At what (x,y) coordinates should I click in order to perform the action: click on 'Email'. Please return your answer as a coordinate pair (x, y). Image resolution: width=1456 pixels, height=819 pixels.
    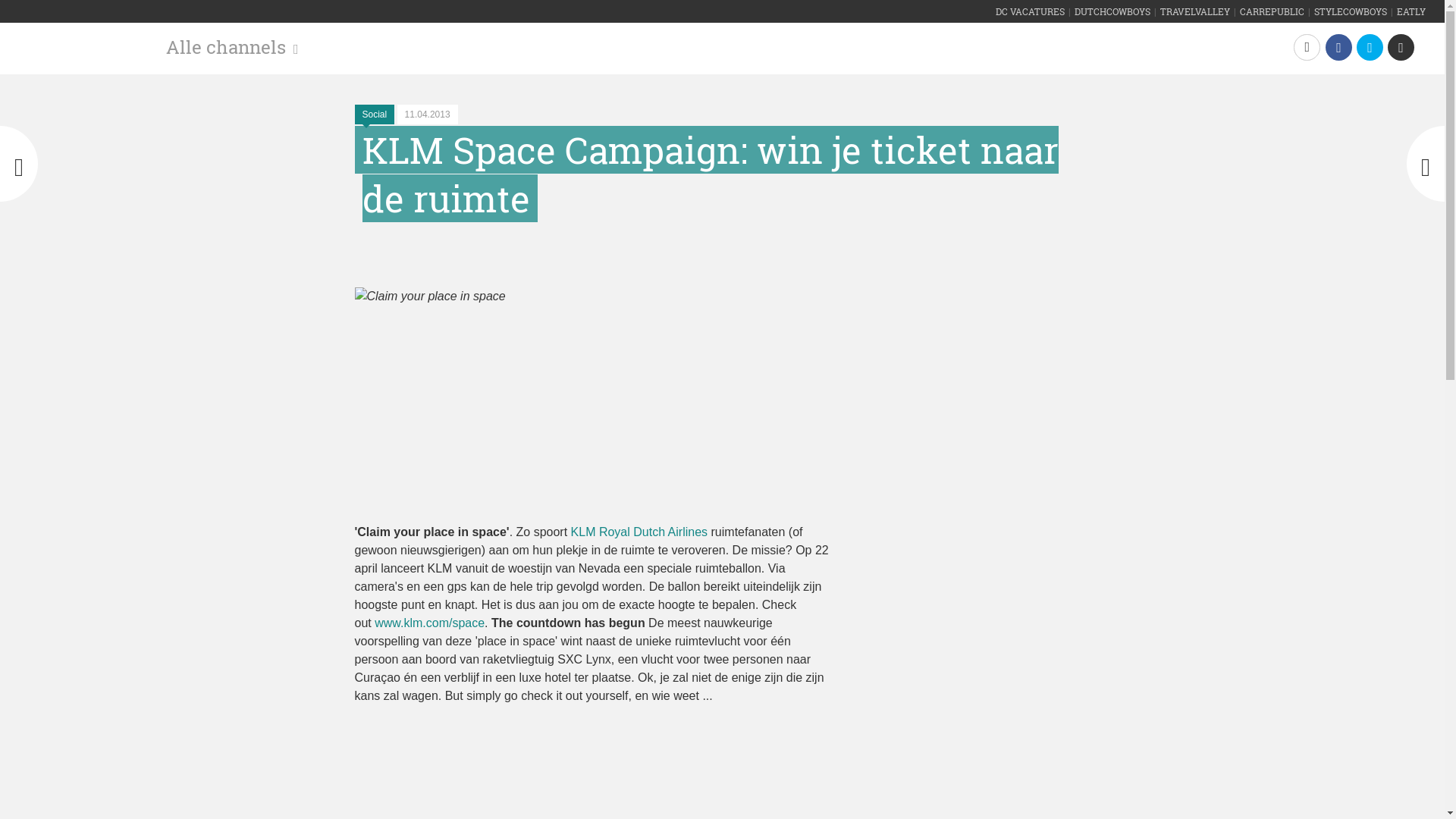
    Looking at the image, I should click on (1400, 46).